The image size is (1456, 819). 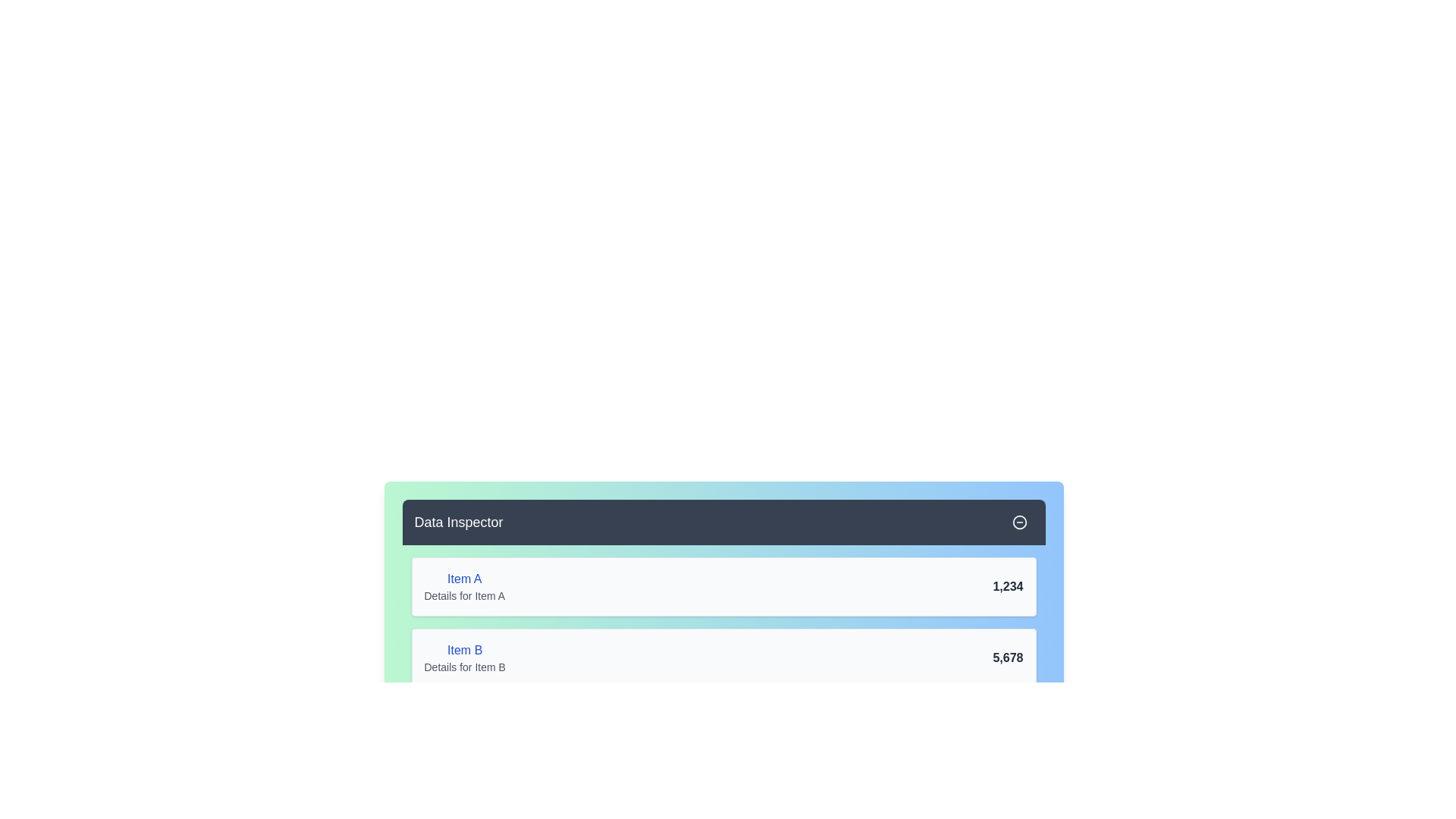 I want to click on the minus icon button located on the far-right side of the horizontal toolbar at the top of the card, so click(x=1019, y=522).